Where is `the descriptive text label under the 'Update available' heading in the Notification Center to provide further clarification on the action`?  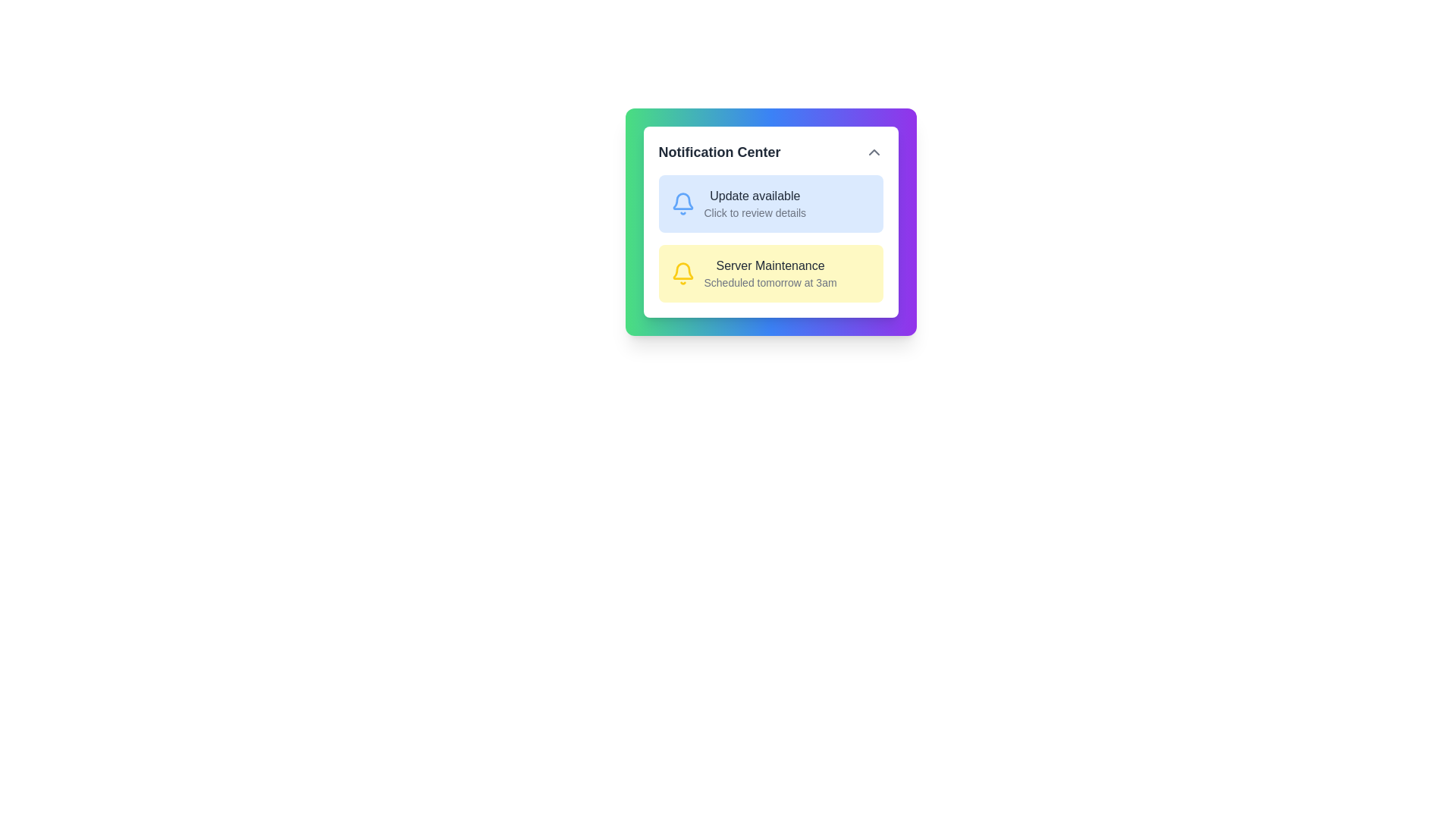
the descriptive text label under the 'Update available' heading in the Notification Center to provide further clarification on the action is located at coordinates (755, 213).